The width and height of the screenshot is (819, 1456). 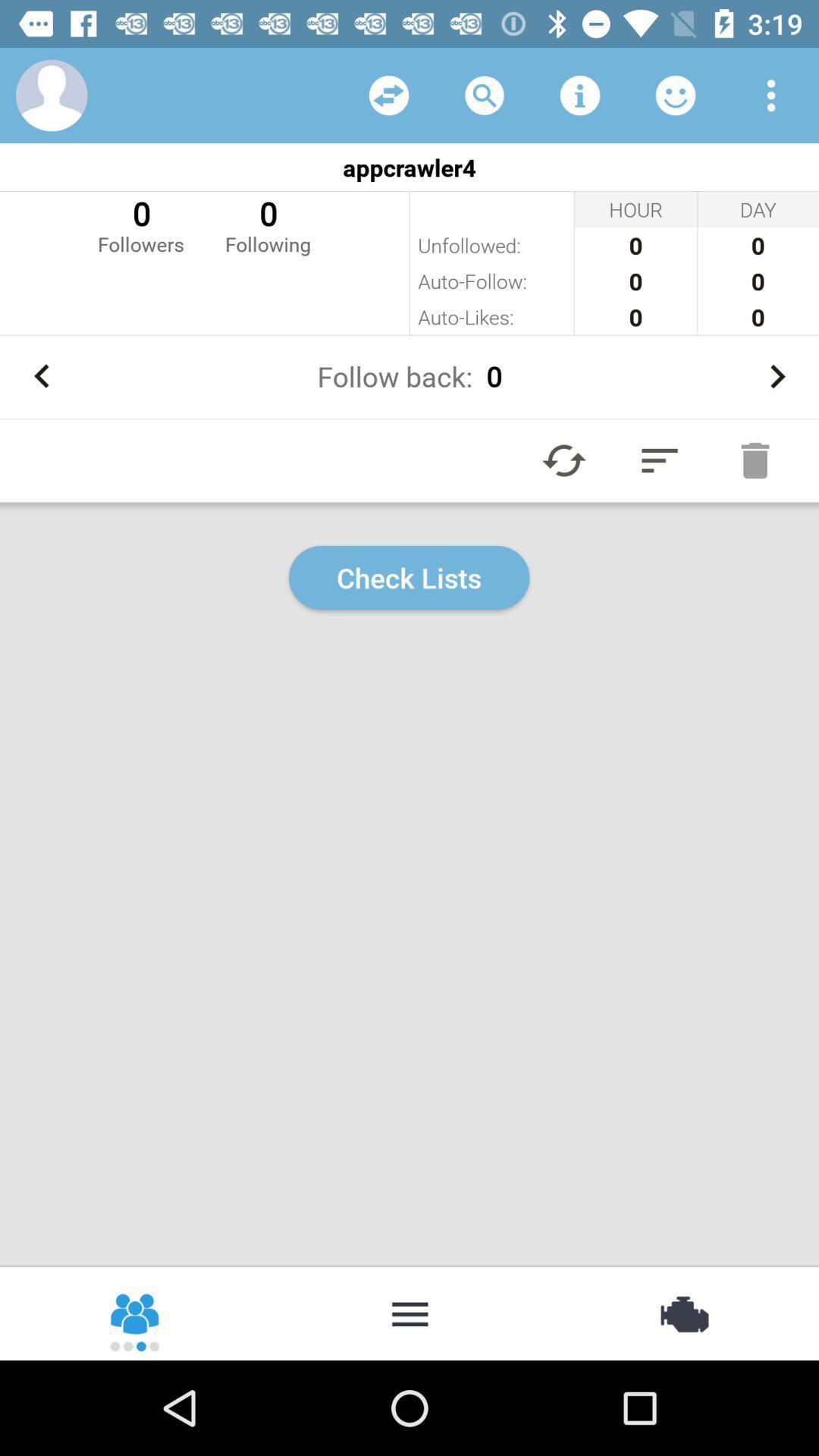 I want to click on the delete icon, so click(x=755, y=460).